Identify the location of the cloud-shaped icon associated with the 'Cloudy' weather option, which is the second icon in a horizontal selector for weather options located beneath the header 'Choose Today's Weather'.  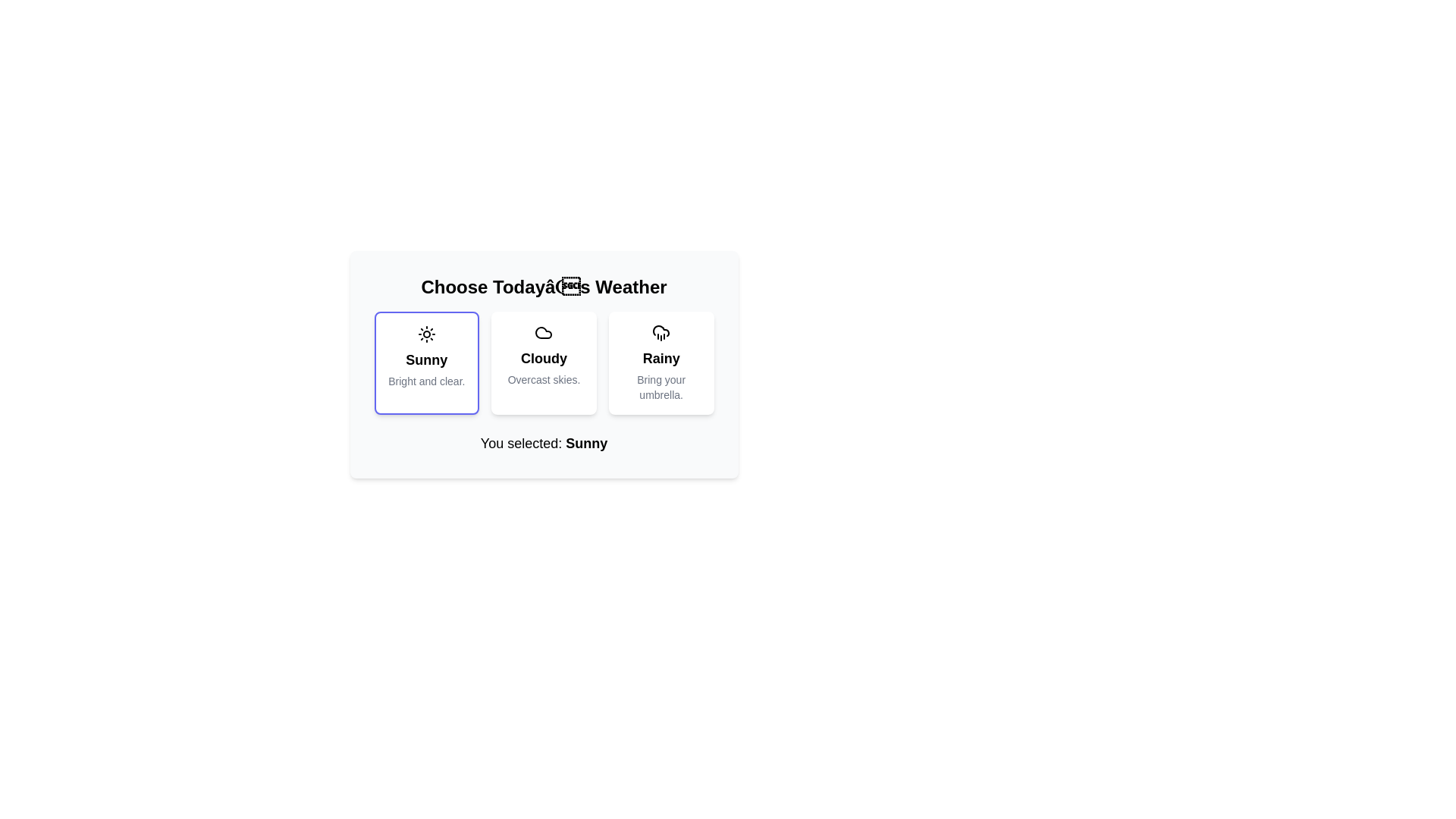
(544, 332).